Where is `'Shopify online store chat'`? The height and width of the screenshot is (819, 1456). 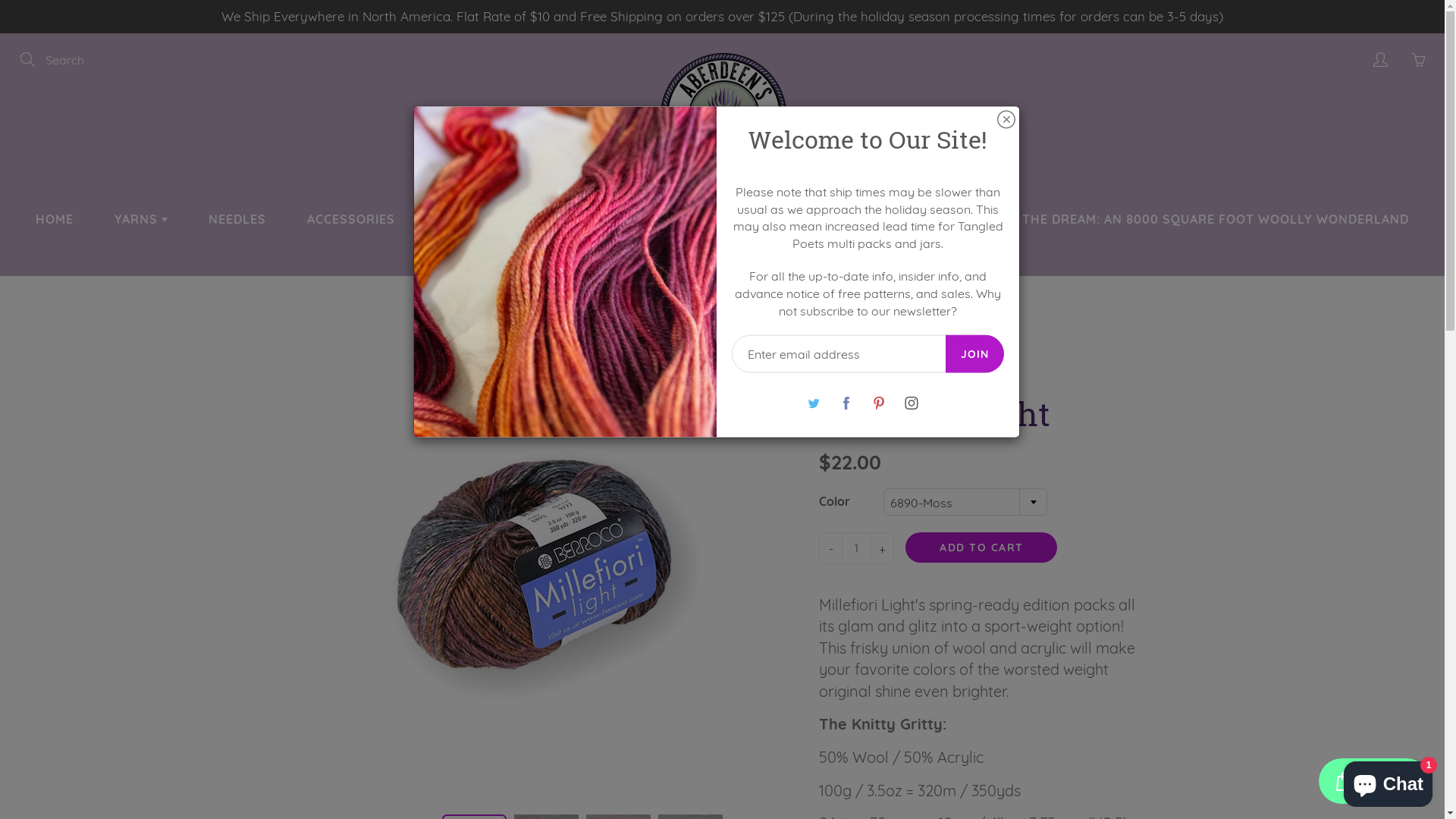 'Shopify online store chat' is located at coordinates (1388, 780).